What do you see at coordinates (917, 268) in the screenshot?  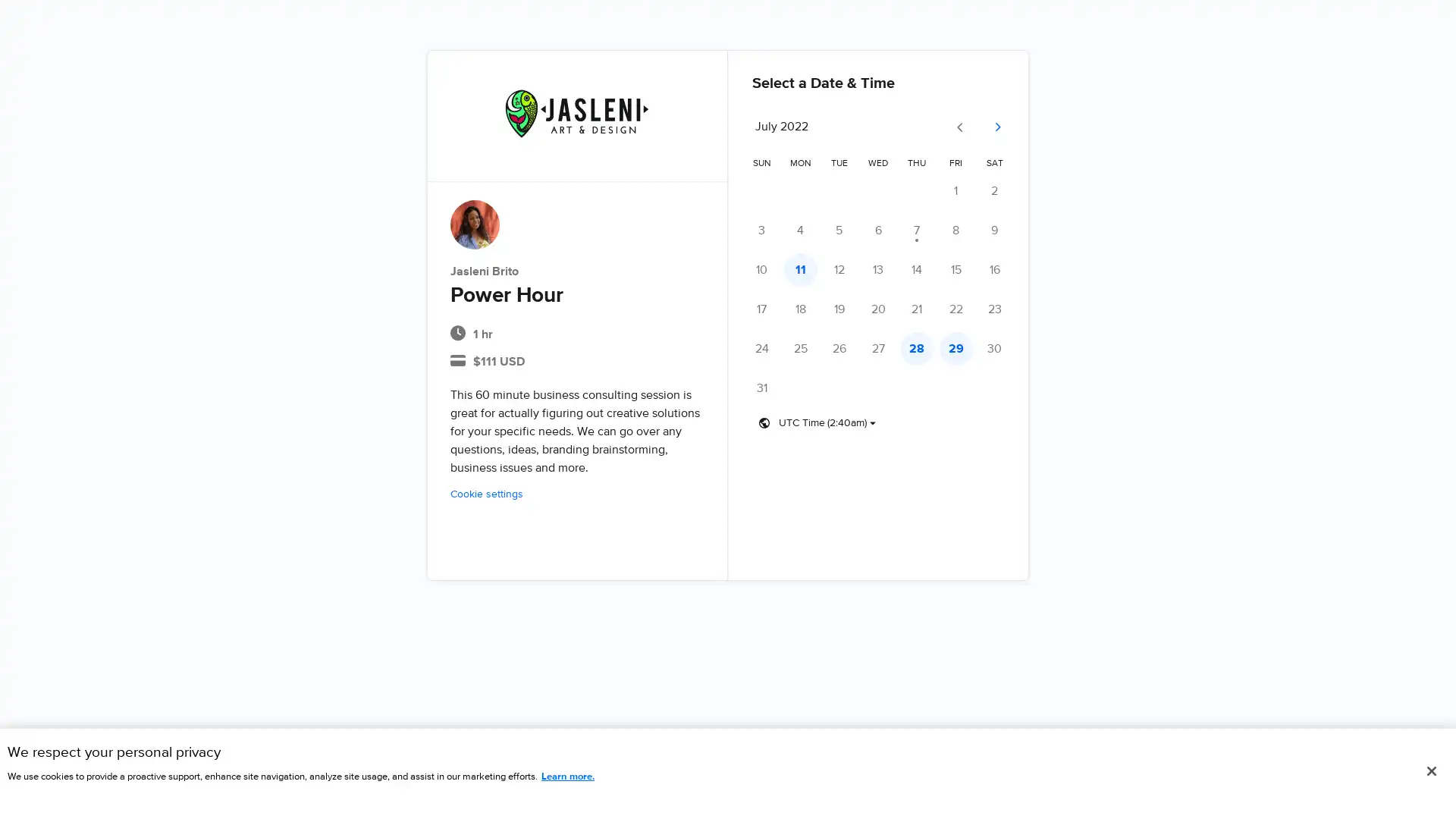 I see `Thursday, July 14 - No times available` at bounding box center [917, 268].